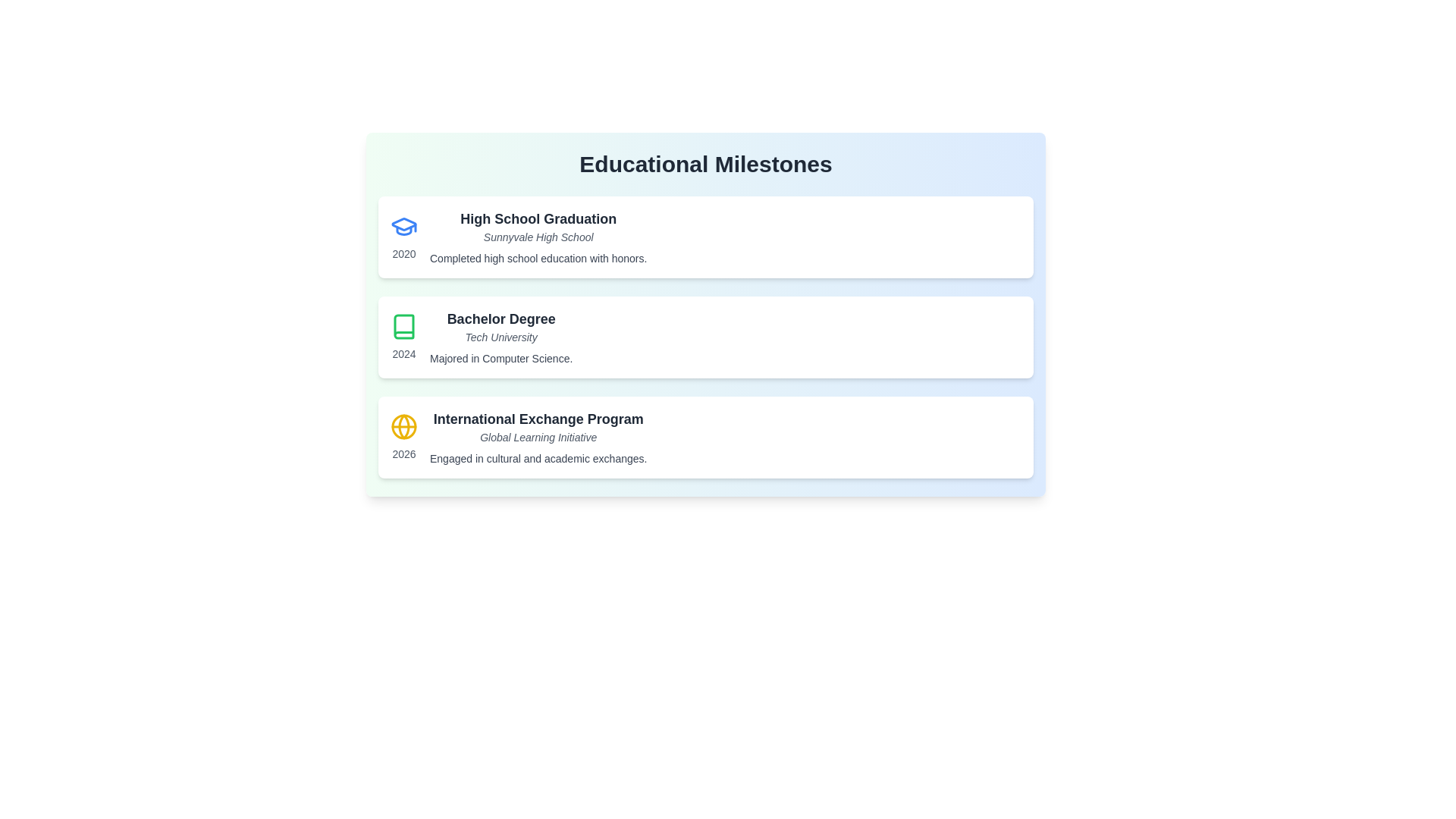 The height and width of the screenshot is (819, 1456). I want to click on the 'Bachelor Degree' milestone icon located in the left column above the year text '2024', so click(403, 326).